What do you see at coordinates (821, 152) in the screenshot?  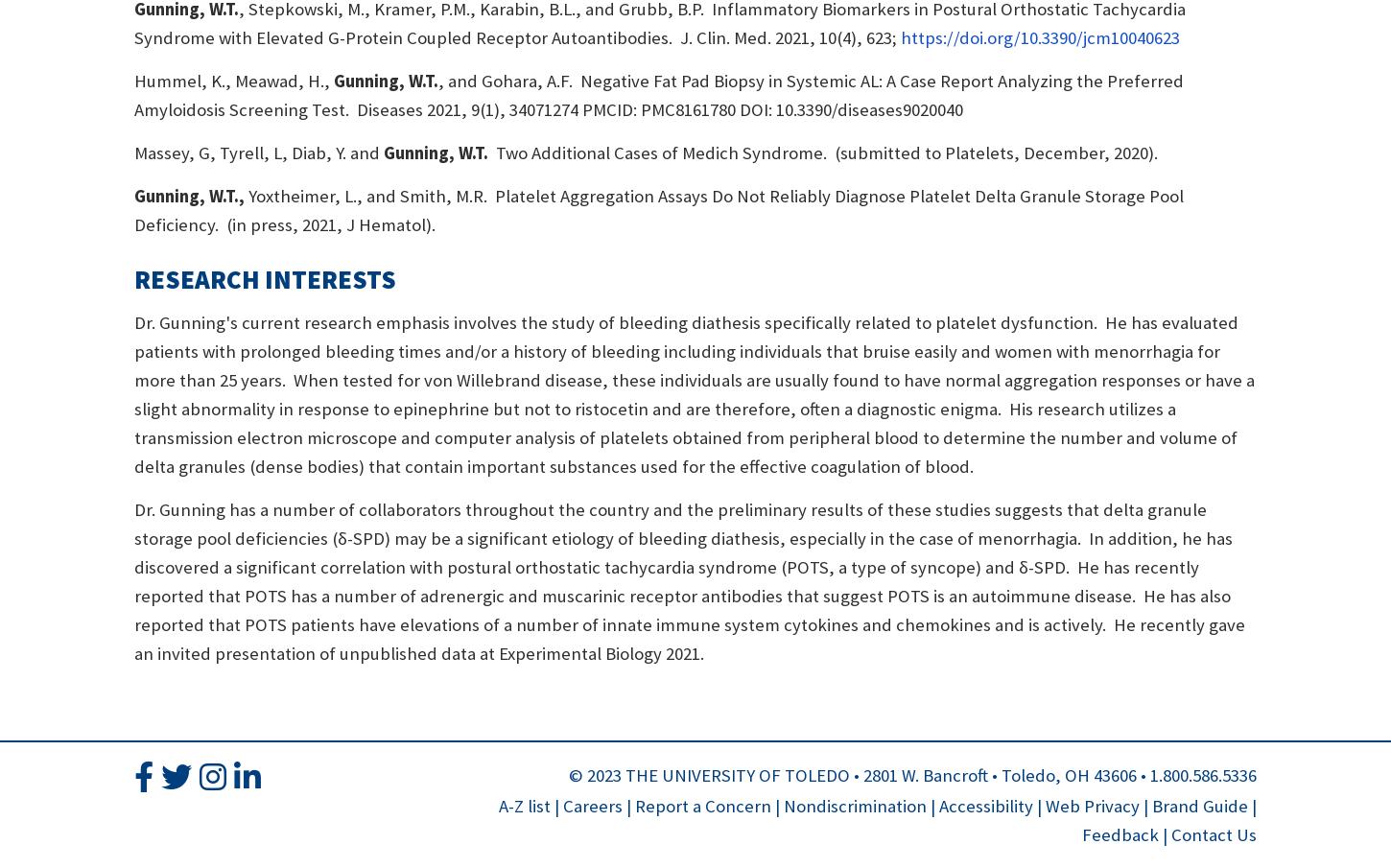 I see `'Two Additional Cases of Medich Syndrome.  (submitted to Platelets, December, 2020).'` at bounding box center [821, 152].